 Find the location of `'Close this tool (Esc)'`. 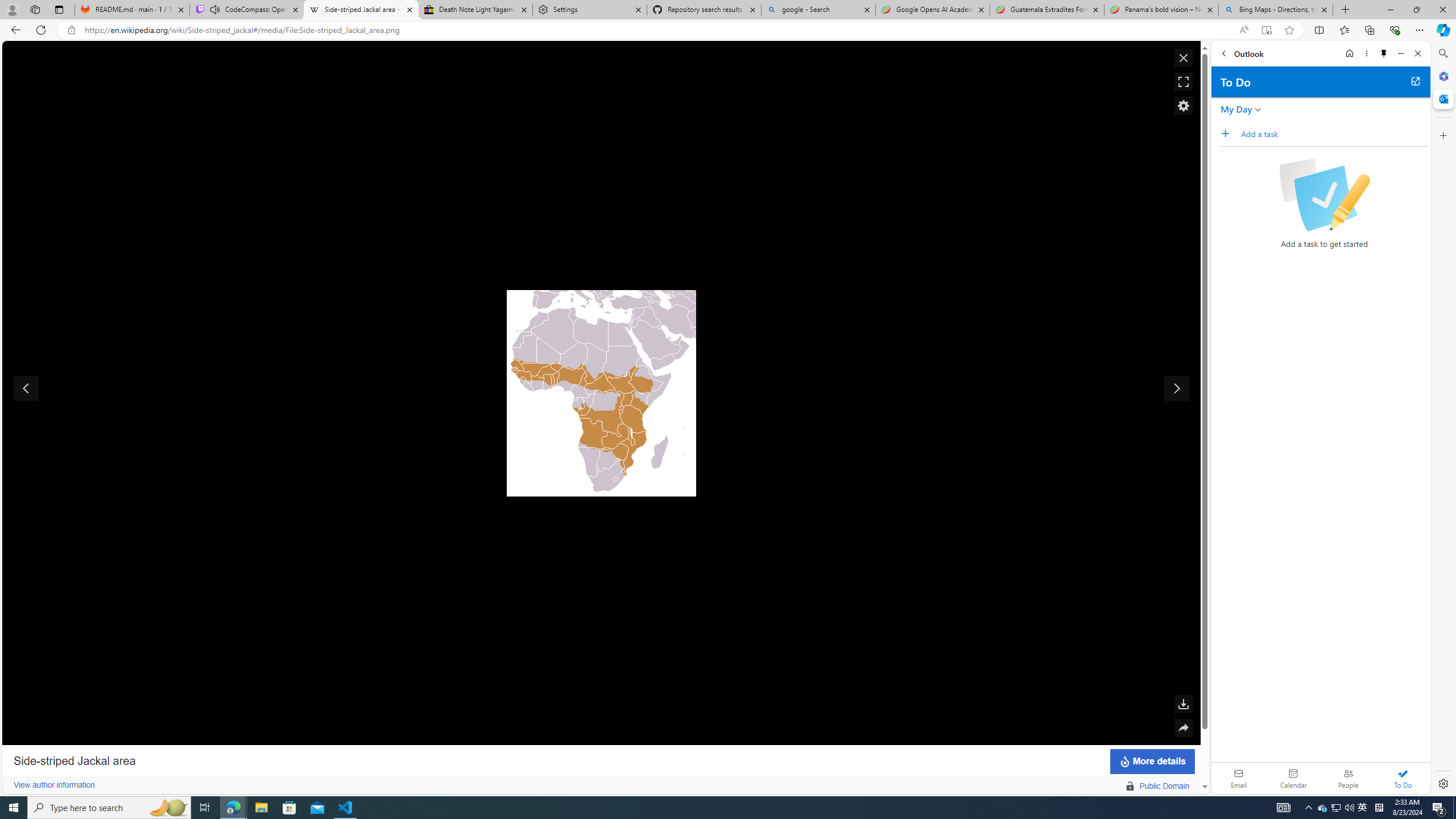

'Close this tool (Esc)' is located at coordinates (1183, 58).